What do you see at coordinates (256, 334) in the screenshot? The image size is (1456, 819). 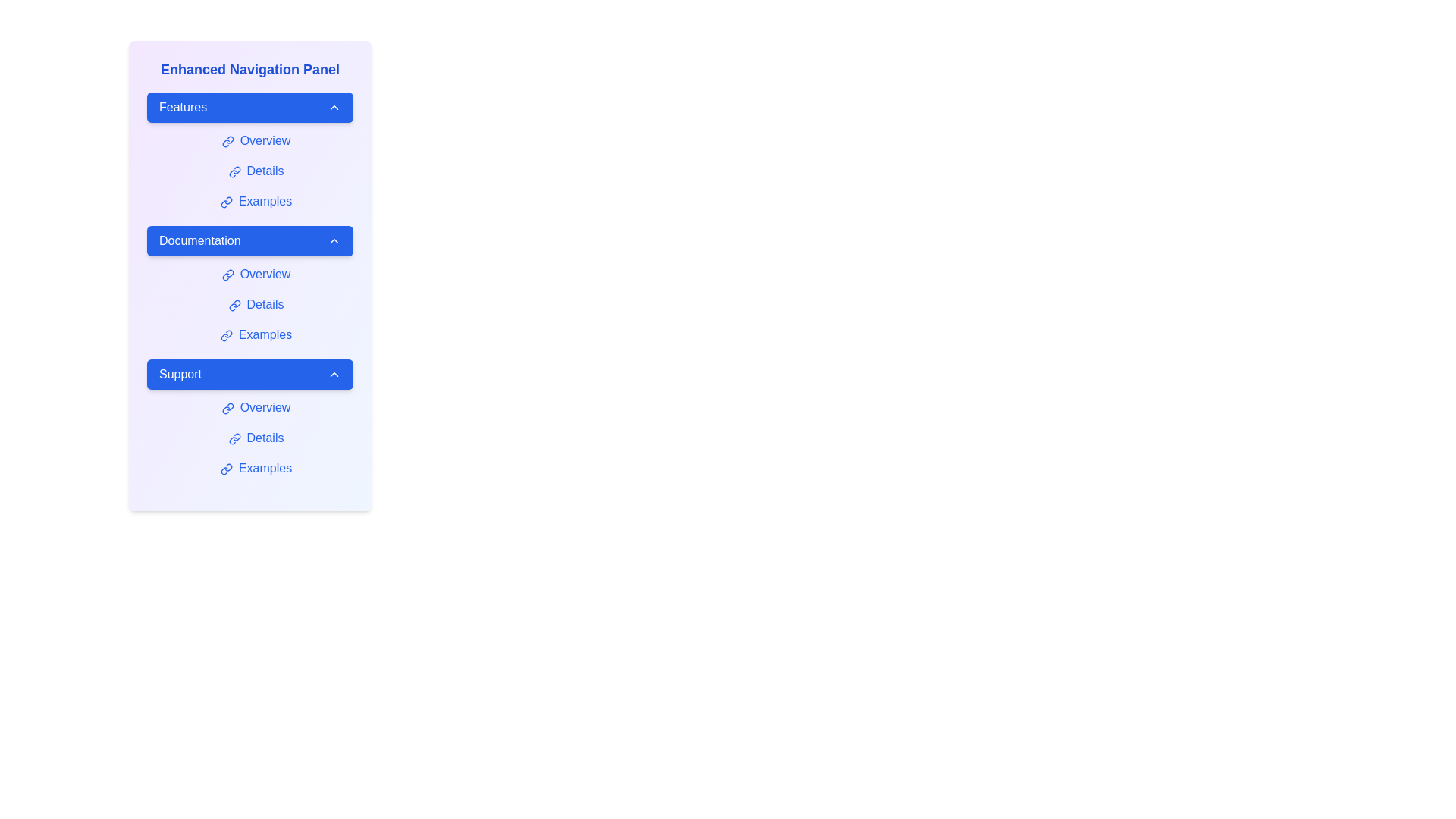 I see `the 'Examples' hyperlink in the 'Documentation' section` at bounding box center [256, 334].